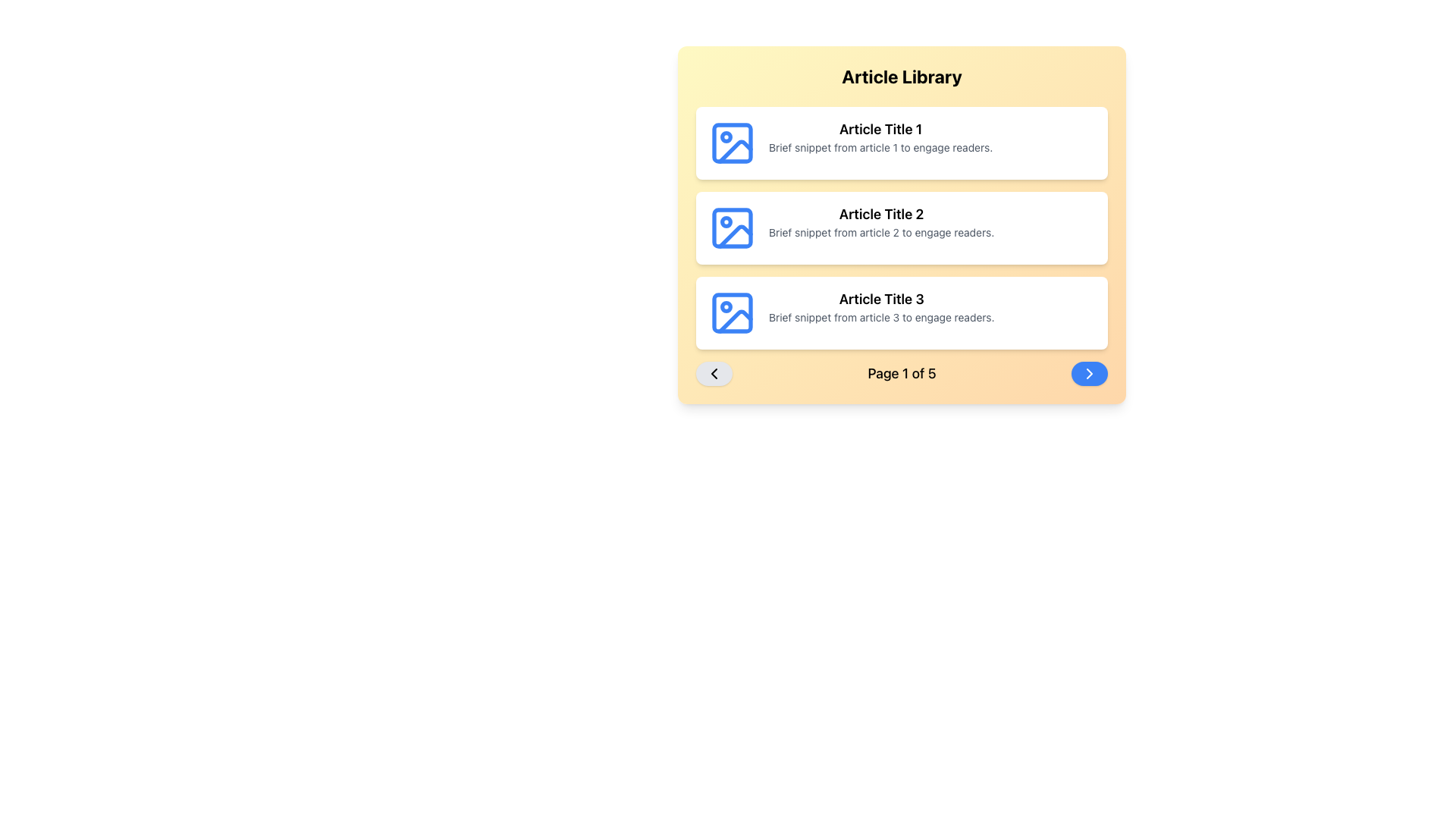 The height and width of the screenshot is (819, 1456). I want to click on the vertical list of three cards styled with a white background, rounded corners, and a subtle shadow, located directly below the 'Article Library' heading, so click(902, 227).